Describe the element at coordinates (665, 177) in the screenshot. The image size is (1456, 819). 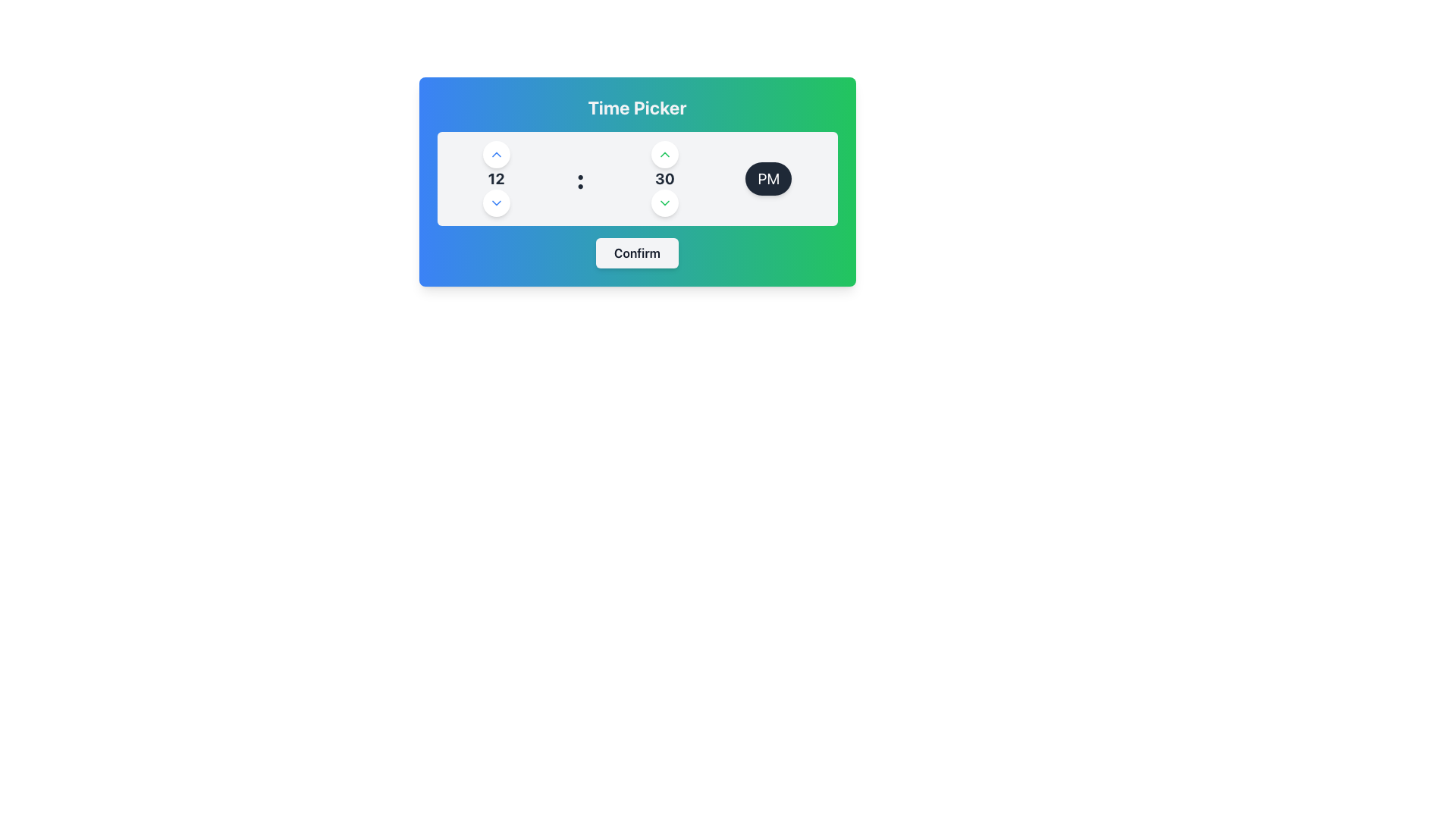
I see `the Text Display element that shows the currently selected minute value in the time picker interface, located to the right of the hour selection column and left of the 'PM' toggle button` at that location.